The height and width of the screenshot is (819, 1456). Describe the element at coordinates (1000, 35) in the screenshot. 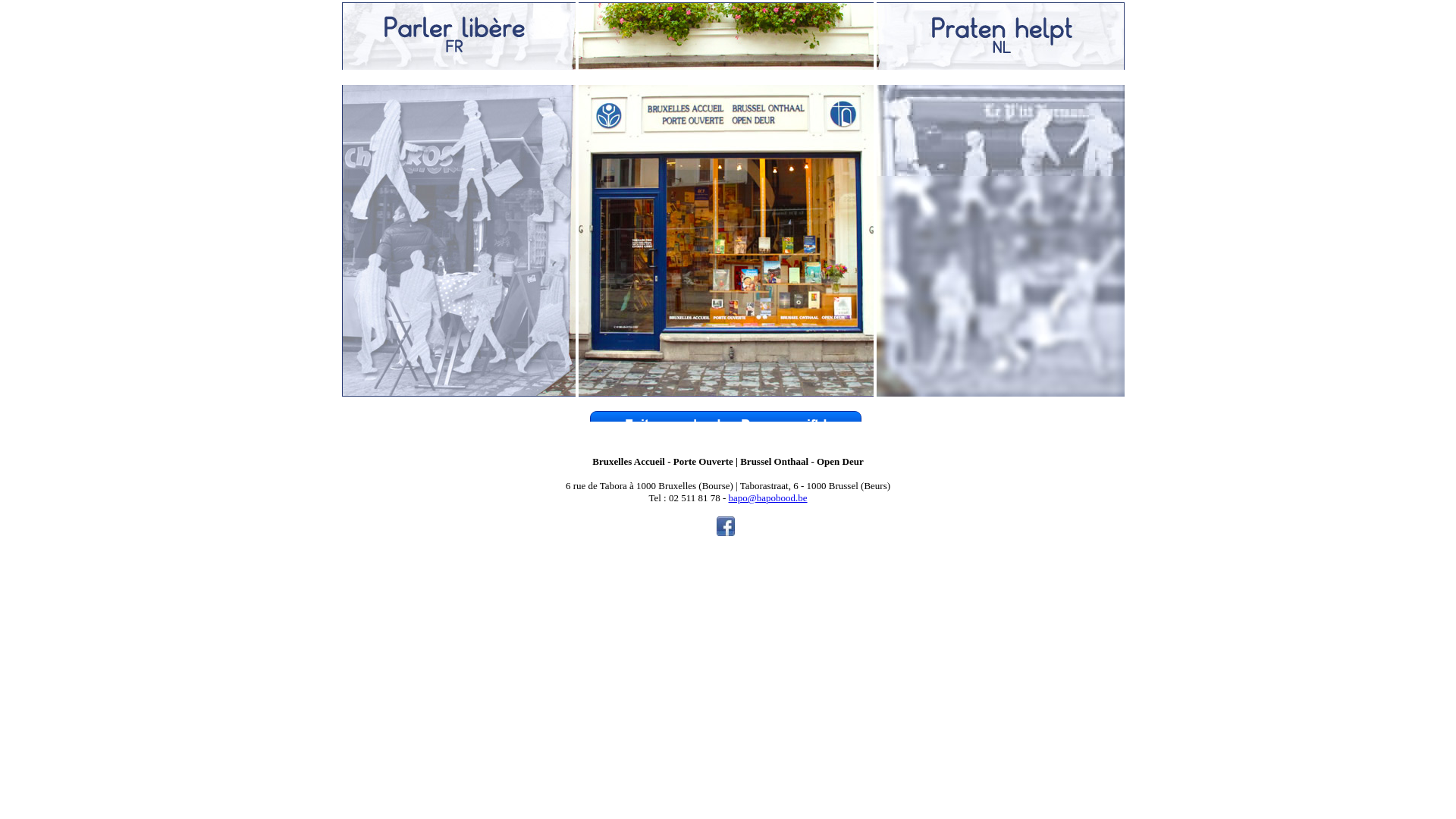

I see `'NL versie'` at that location.